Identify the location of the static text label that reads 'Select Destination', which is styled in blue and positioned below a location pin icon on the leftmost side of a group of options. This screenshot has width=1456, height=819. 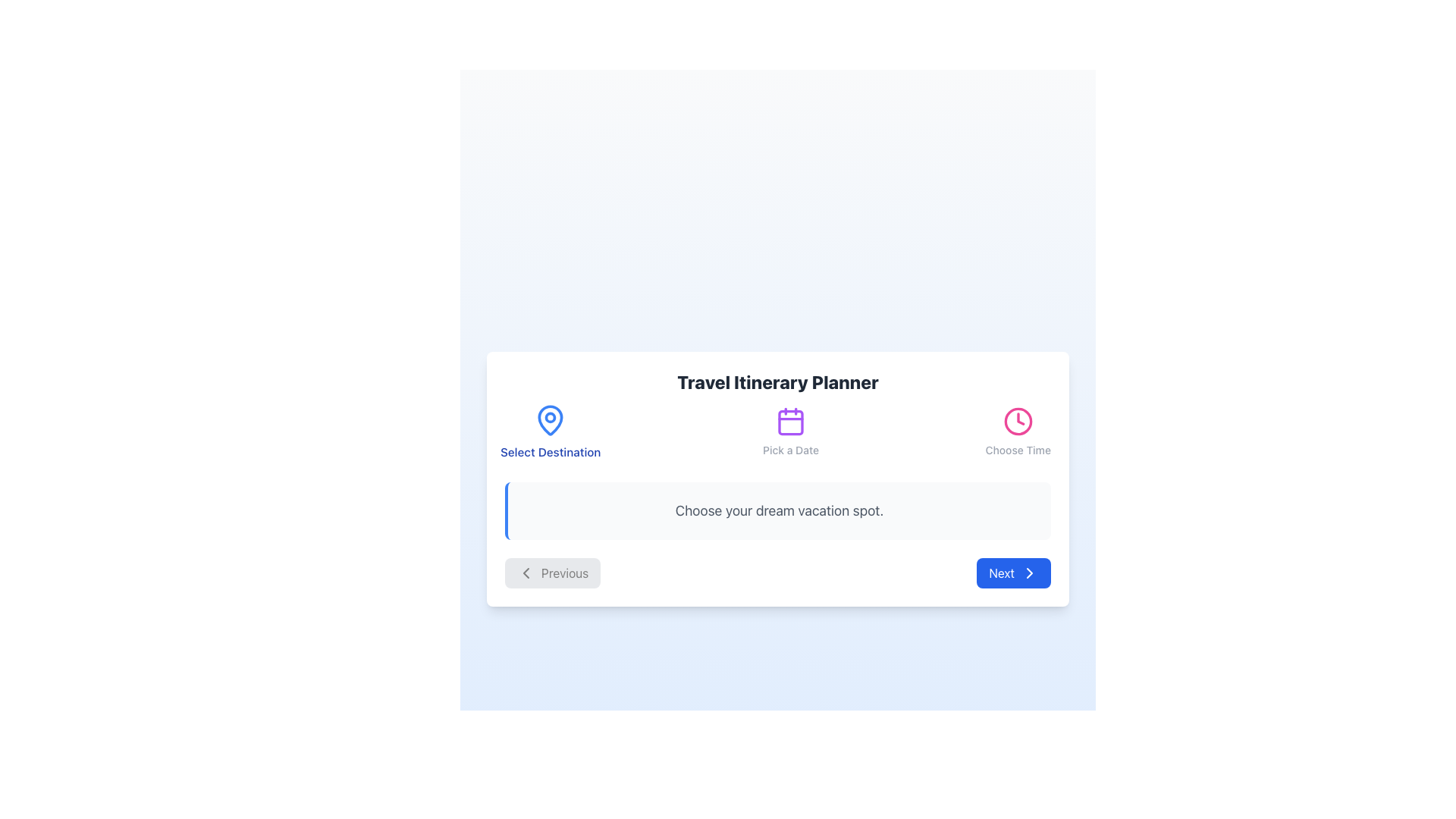
(550, 451).